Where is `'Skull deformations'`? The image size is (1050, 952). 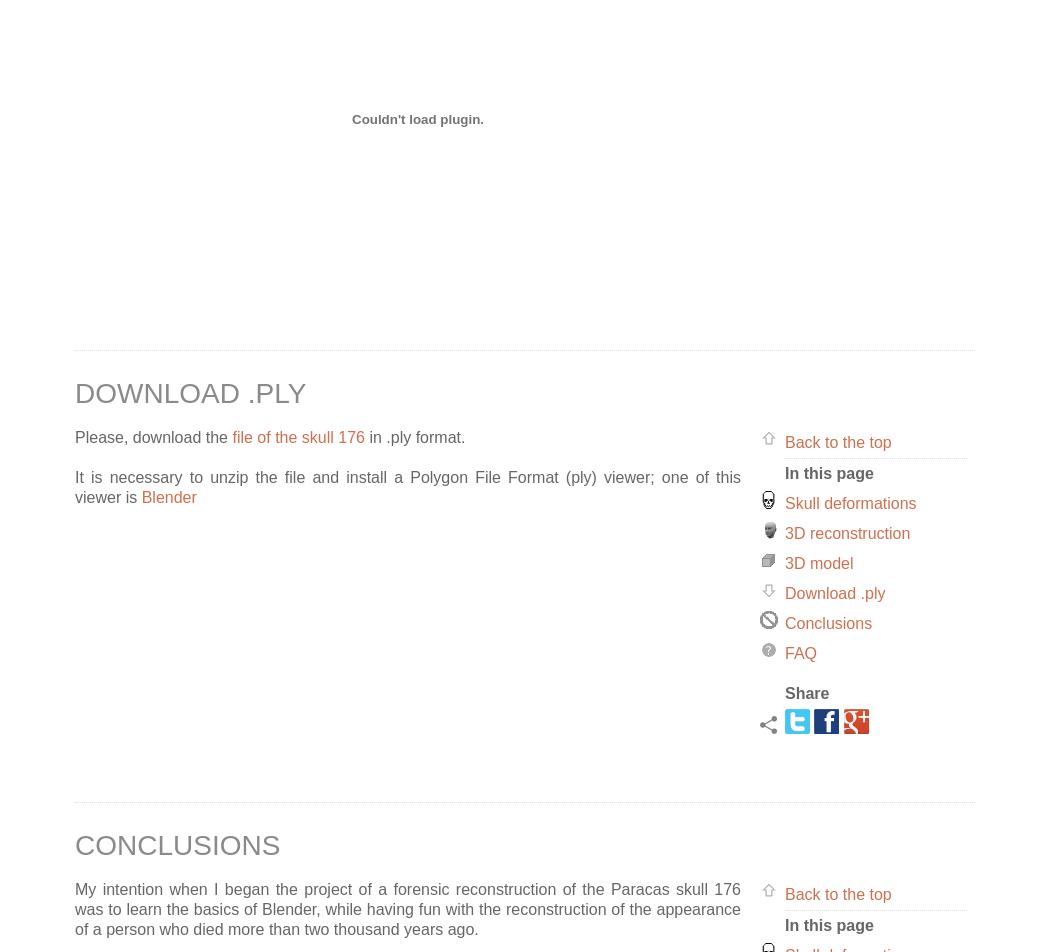
'Skull deformations' is located at coordinates (850, 502).